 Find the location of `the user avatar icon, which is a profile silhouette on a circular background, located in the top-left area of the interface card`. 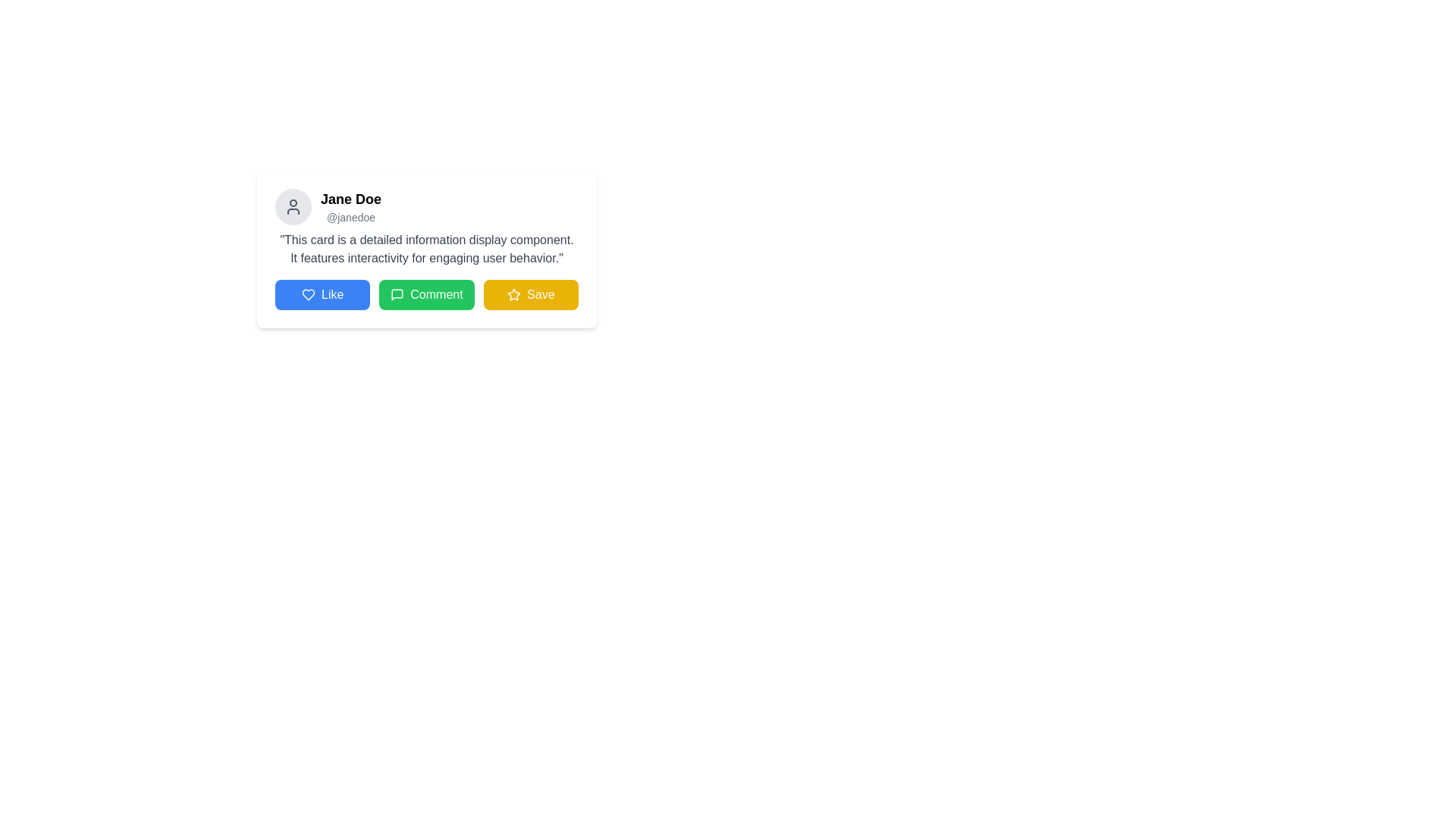

the user avatar icon, which is a profile silhouette on a circular background, located in the top-left area of the interface card is located at coordinates (293, 207).